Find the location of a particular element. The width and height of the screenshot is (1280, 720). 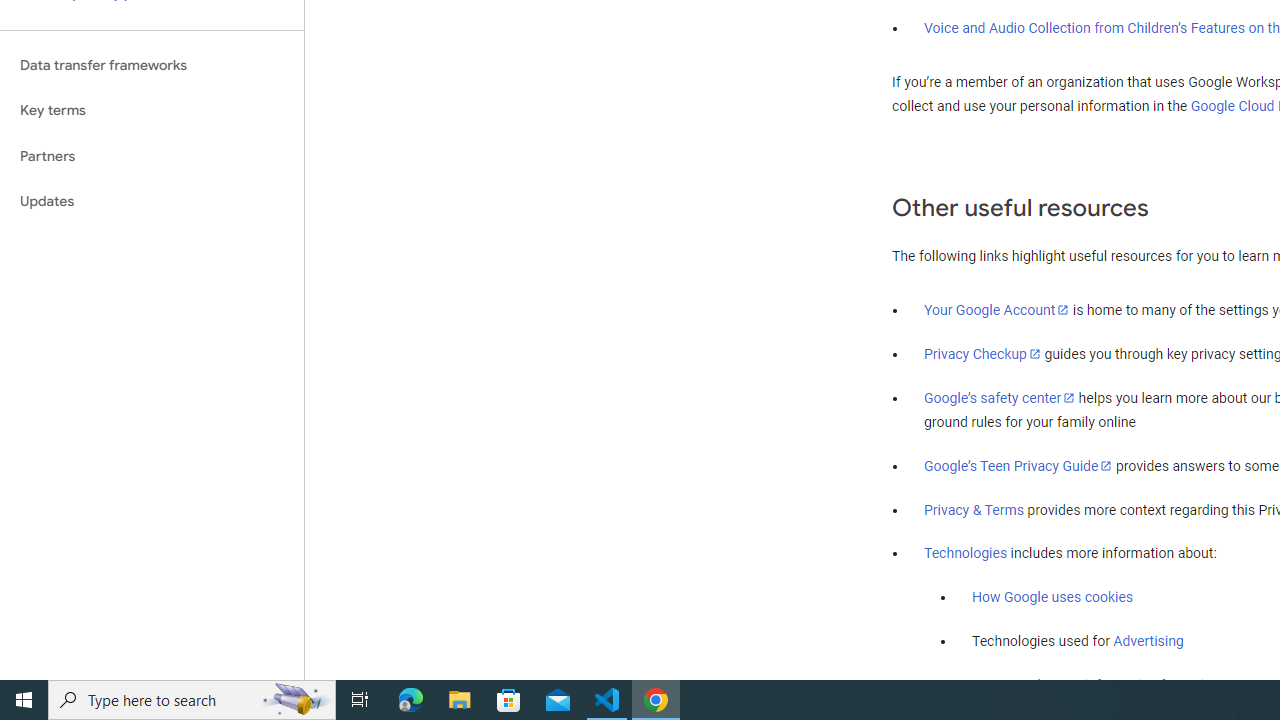

'Privacy & Terms' is located at coordinates (974, 509).